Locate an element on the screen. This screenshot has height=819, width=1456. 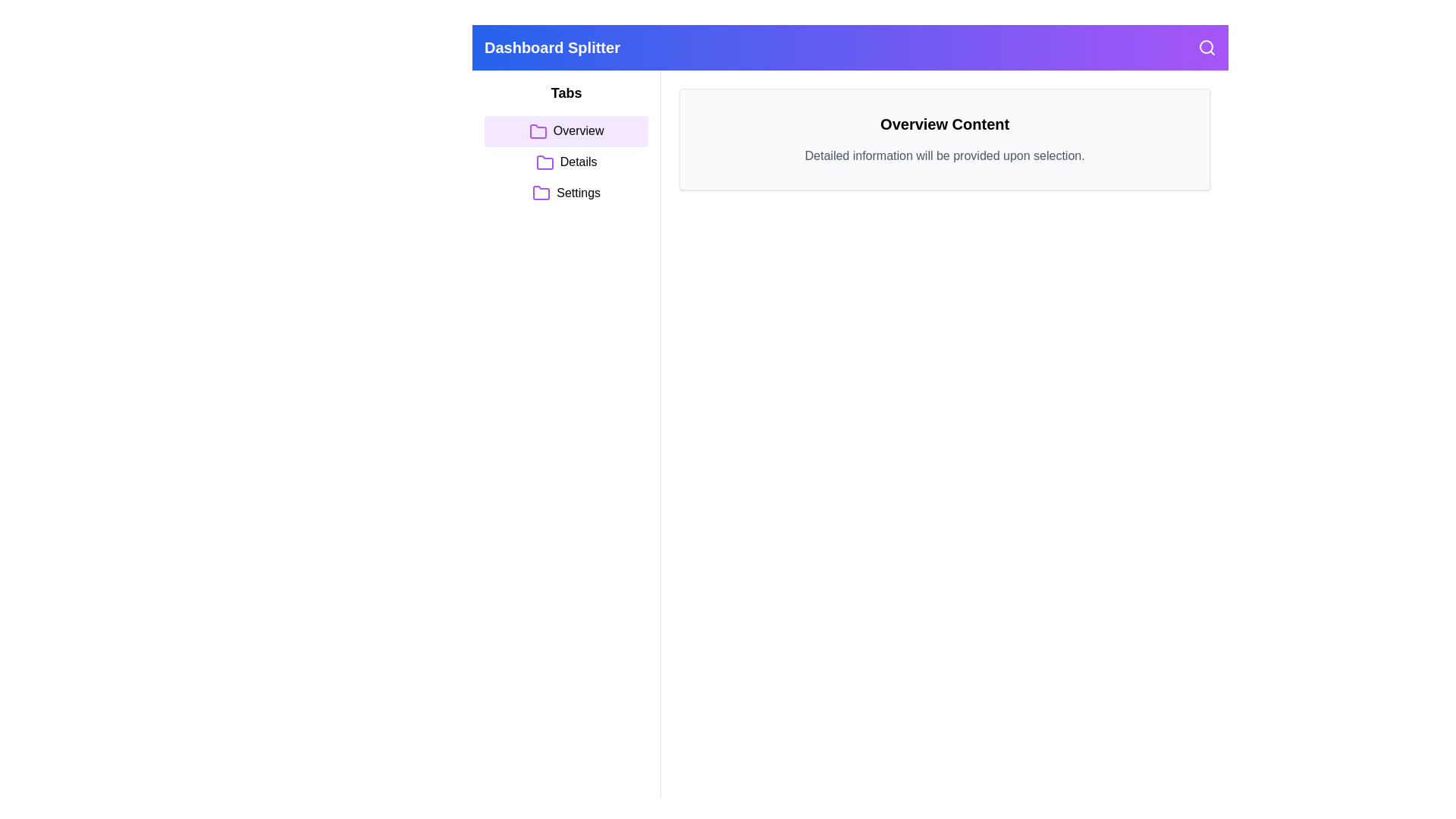
the circular search icon with a purple gradient header is located at coordinates (1207, 46).